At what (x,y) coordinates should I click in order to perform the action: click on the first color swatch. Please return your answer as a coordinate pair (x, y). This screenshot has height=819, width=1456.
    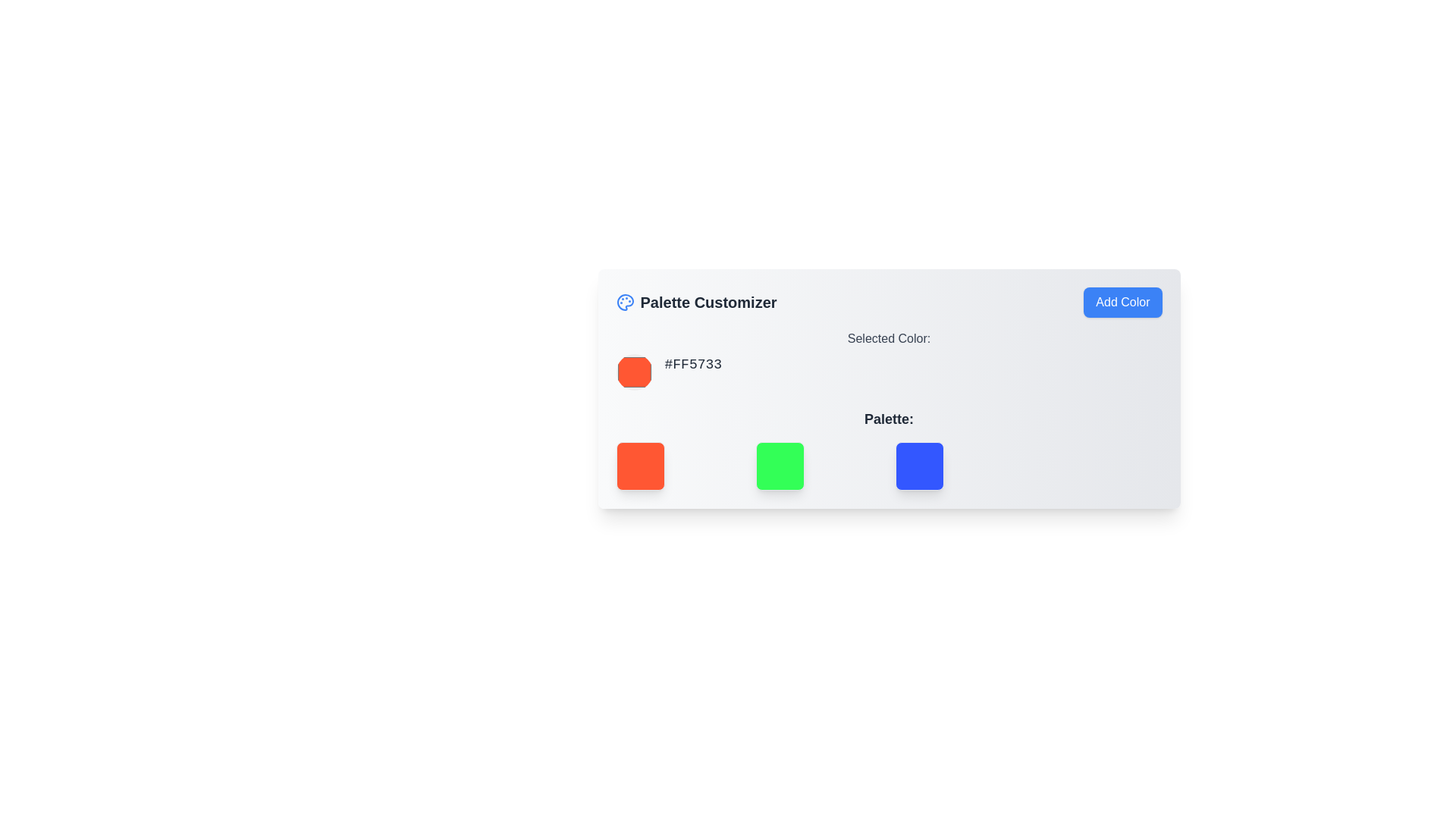
    Looking at the image, I should click on (679, 465).